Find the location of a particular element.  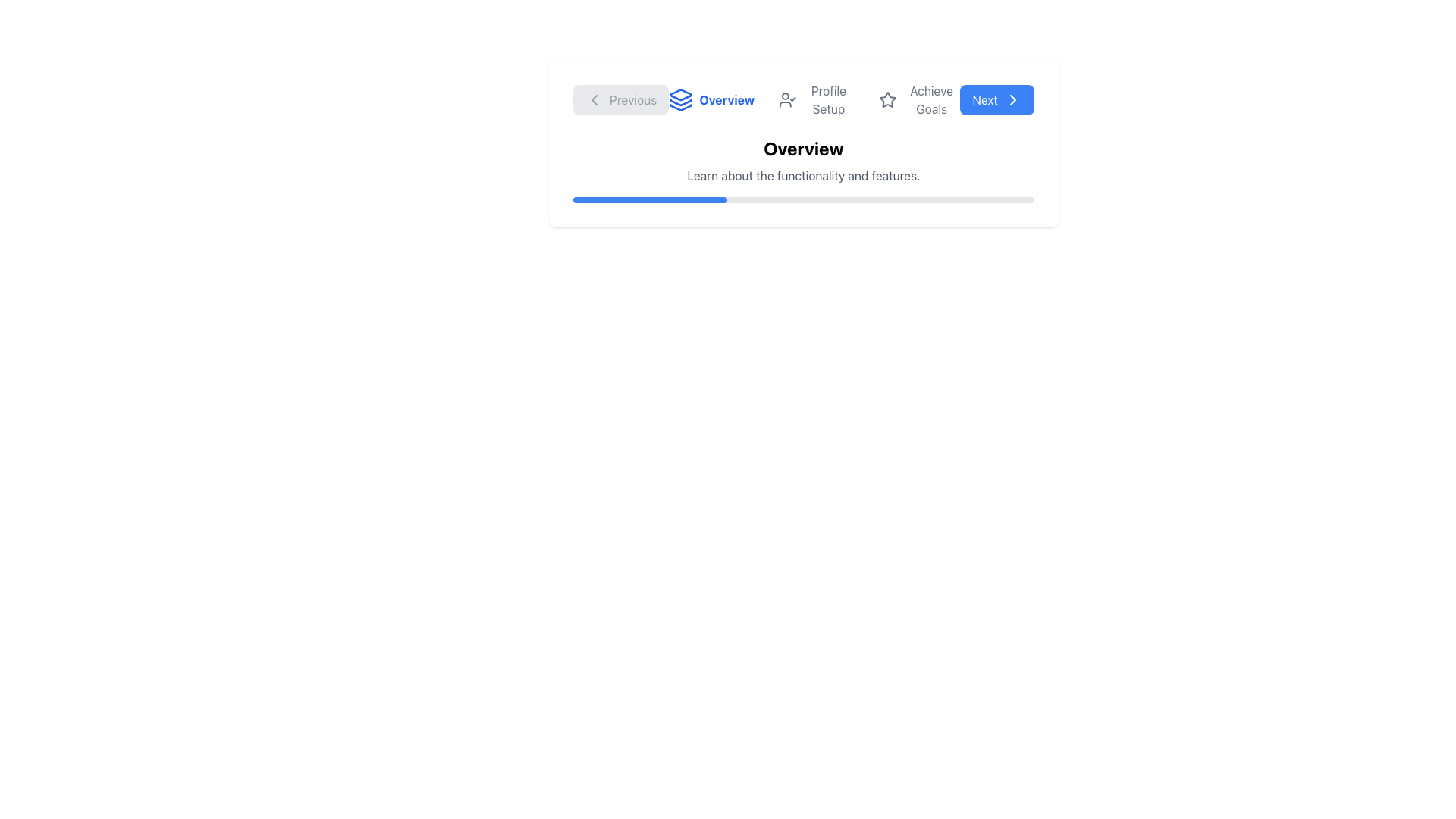

the 'Overview' navigation element, which is a text label with an icon located at the leftmost side of the navigation bar, preceding 'Profile Setup' and 'Achieve Goals' is located at coordinates (711, 99).